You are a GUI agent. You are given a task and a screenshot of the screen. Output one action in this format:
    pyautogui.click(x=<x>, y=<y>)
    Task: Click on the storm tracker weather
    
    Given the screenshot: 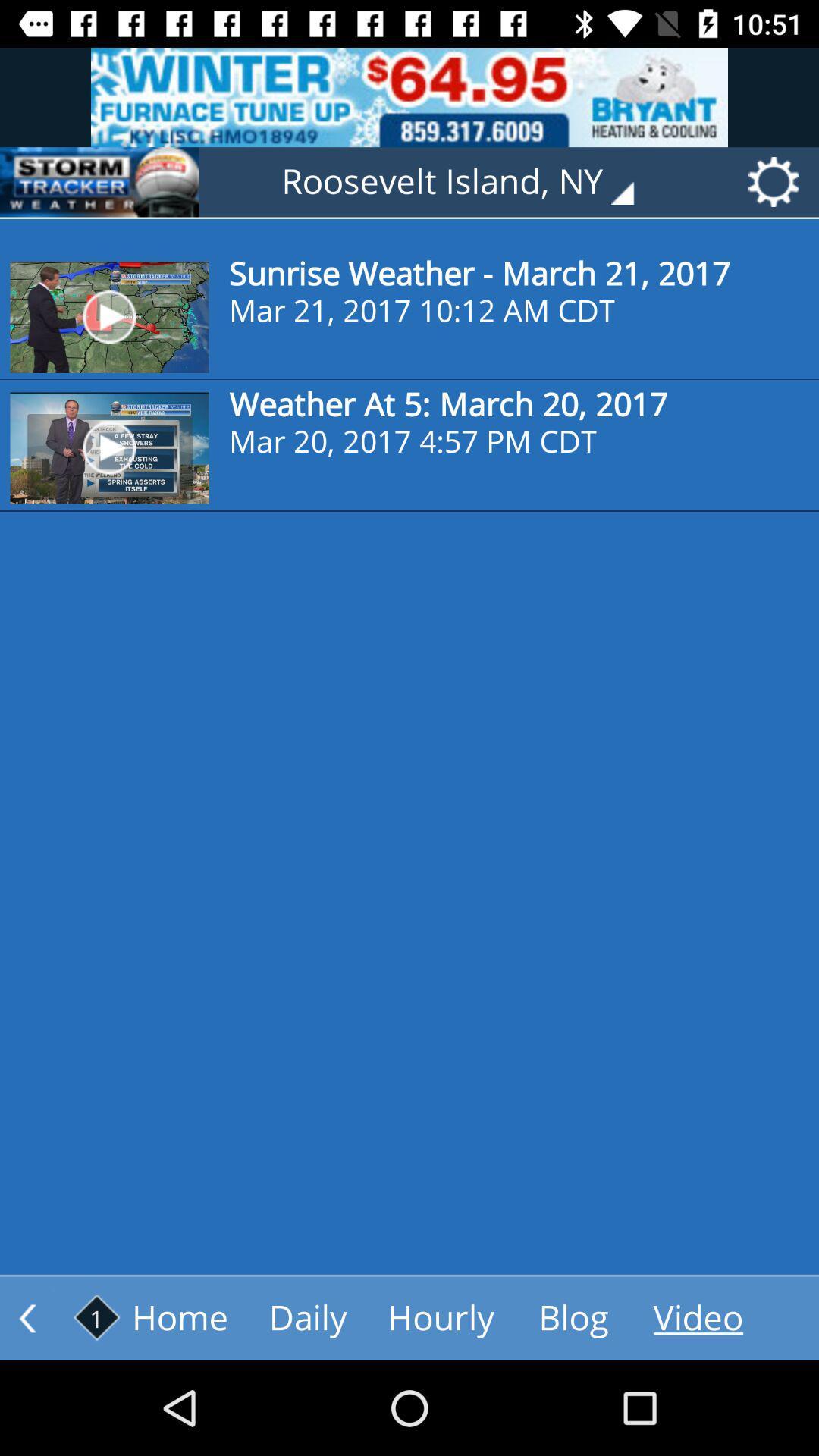 What is the action you would take?
    pyautogui.click(x=99, y=182)
    